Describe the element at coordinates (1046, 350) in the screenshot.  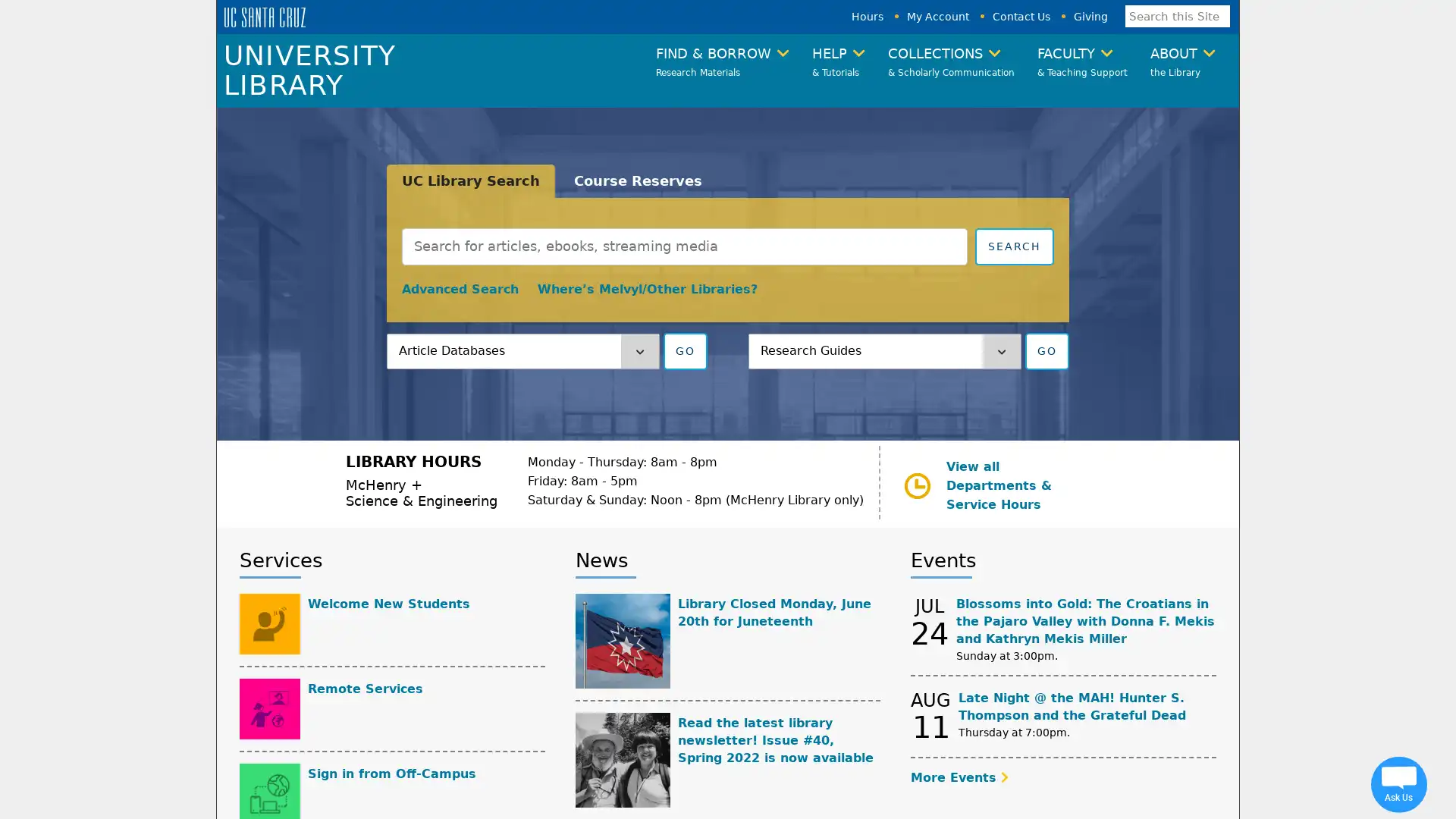
I see `GO` at that location.